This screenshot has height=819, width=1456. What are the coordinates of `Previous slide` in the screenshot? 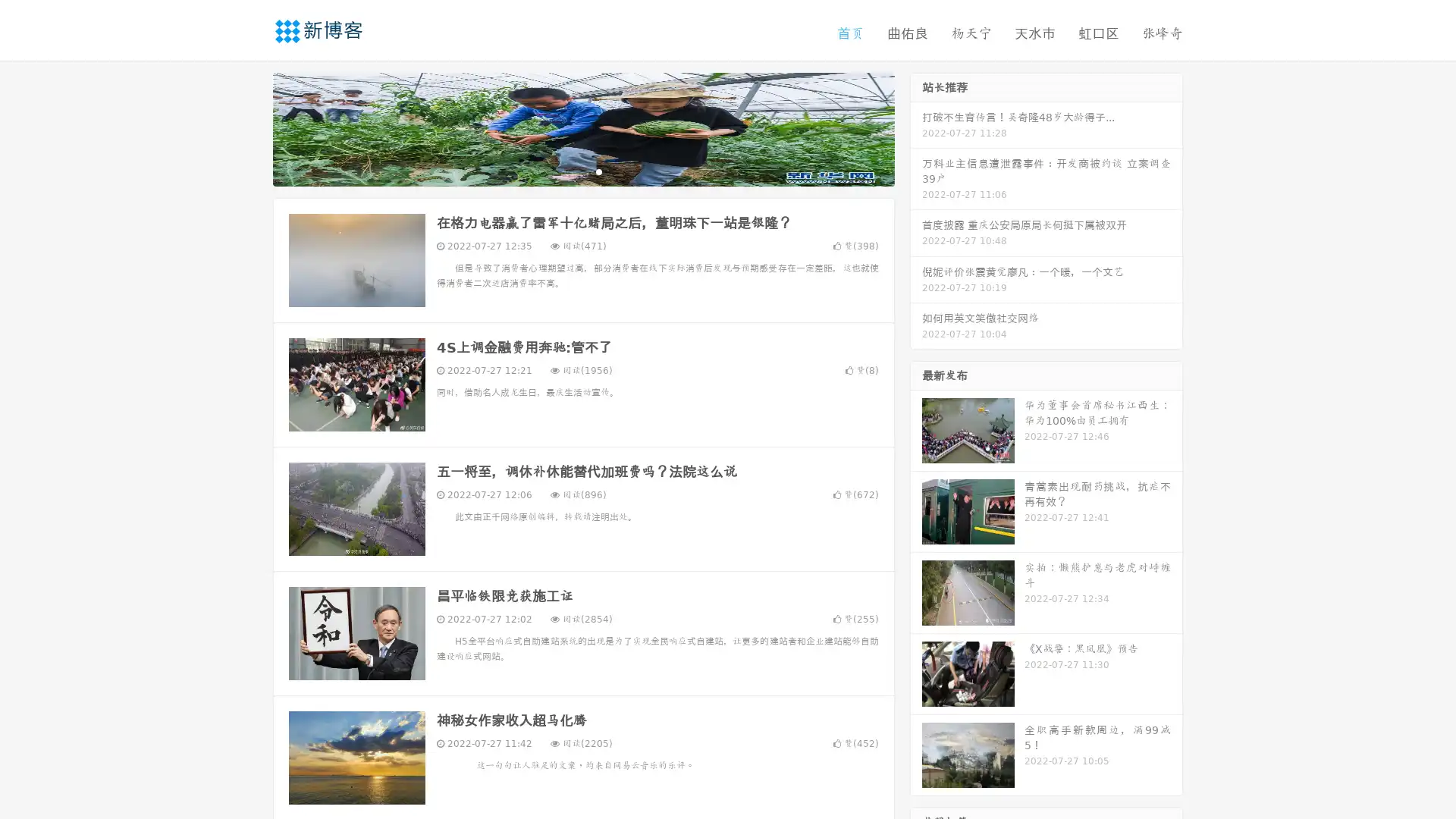 It's located at (250, 127).